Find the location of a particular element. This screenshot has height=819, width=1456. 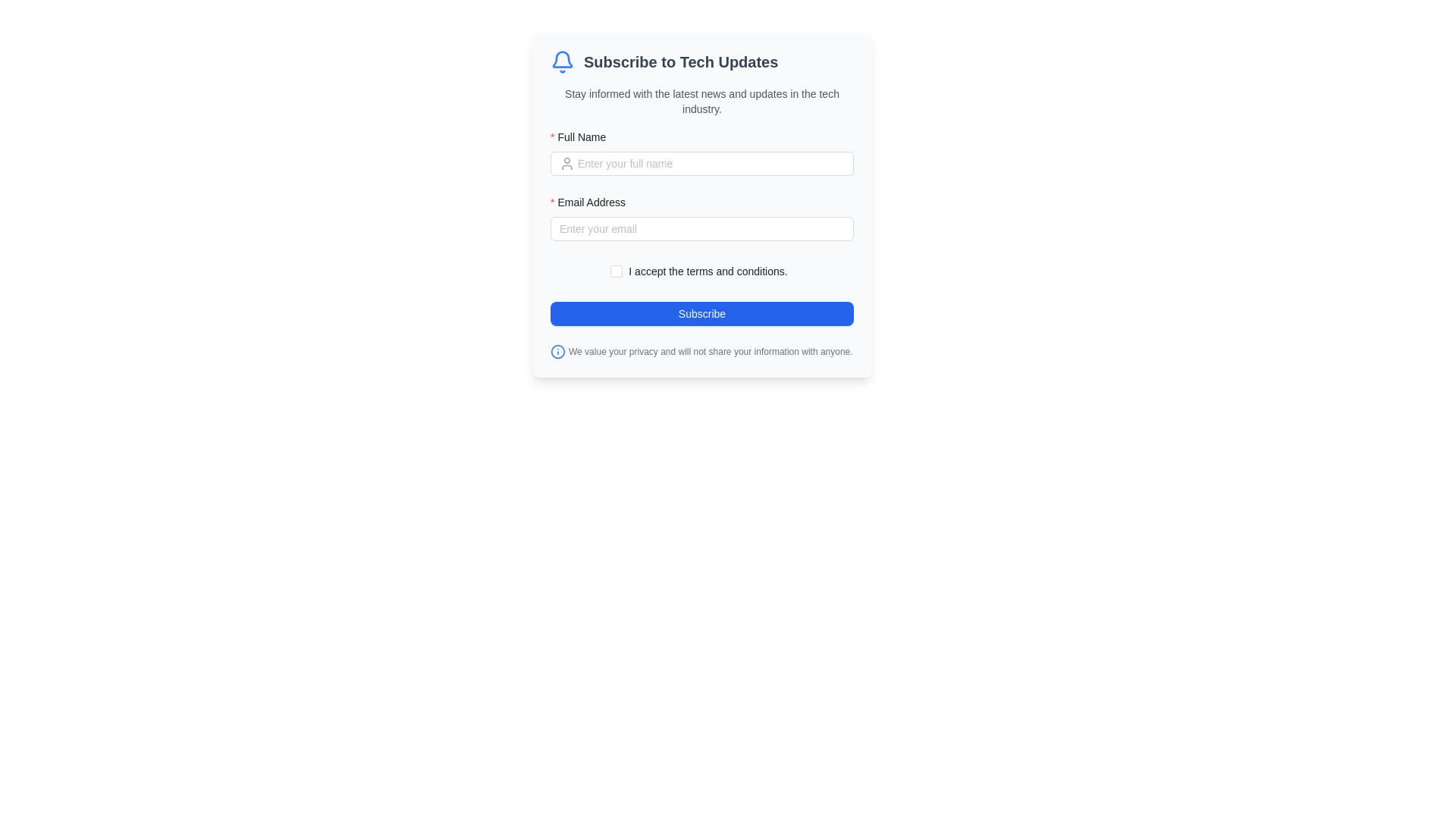

the checkbox for accepting terms and conditions is located at coordinates (701, 271).